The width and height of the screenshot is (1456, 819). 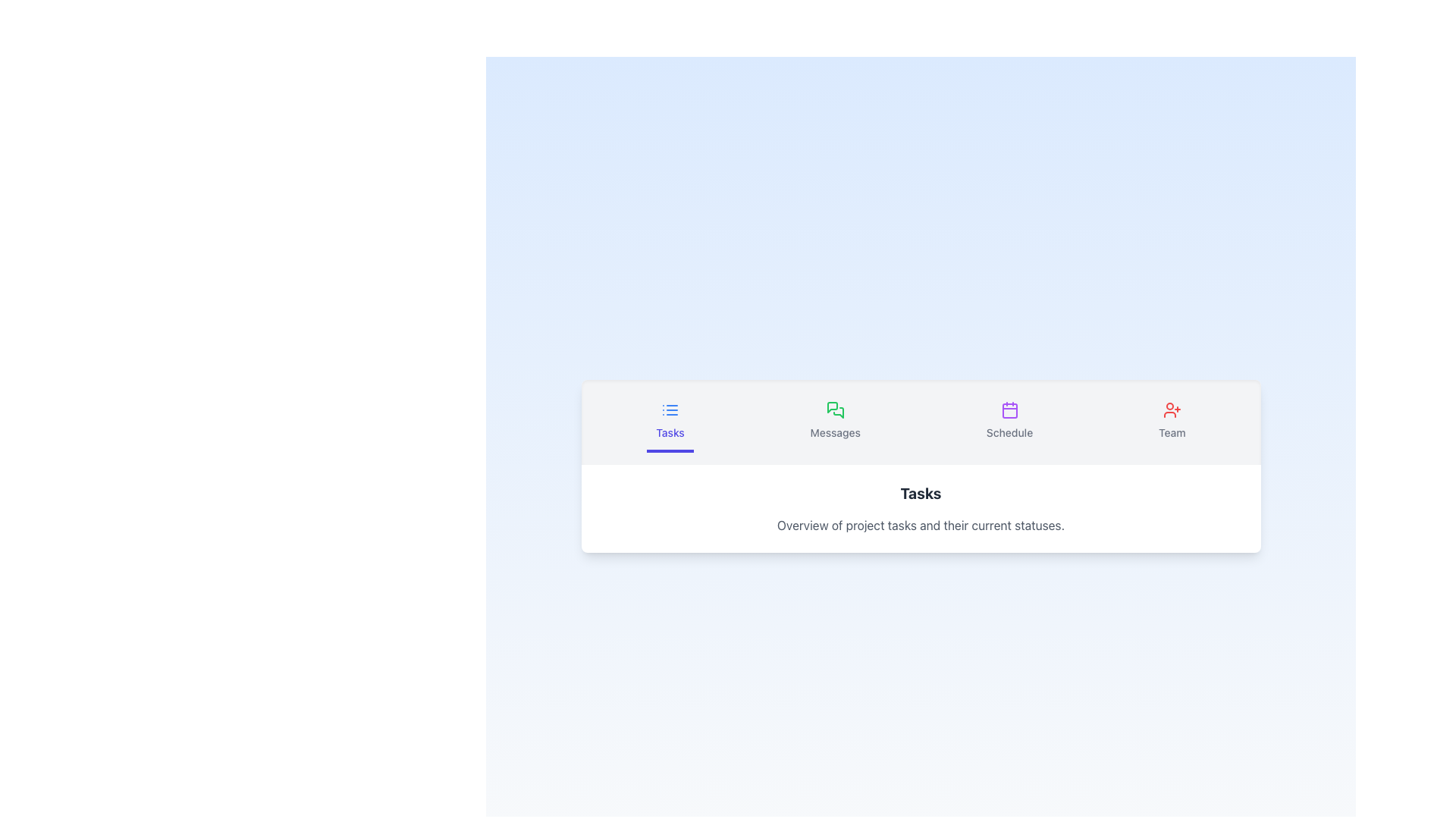 What do you see at coordinates (1009, 422) in the screenshot?
I see `the 'Schedule' button in the horizontal navigation menu` at bounding box center [1009, 422].